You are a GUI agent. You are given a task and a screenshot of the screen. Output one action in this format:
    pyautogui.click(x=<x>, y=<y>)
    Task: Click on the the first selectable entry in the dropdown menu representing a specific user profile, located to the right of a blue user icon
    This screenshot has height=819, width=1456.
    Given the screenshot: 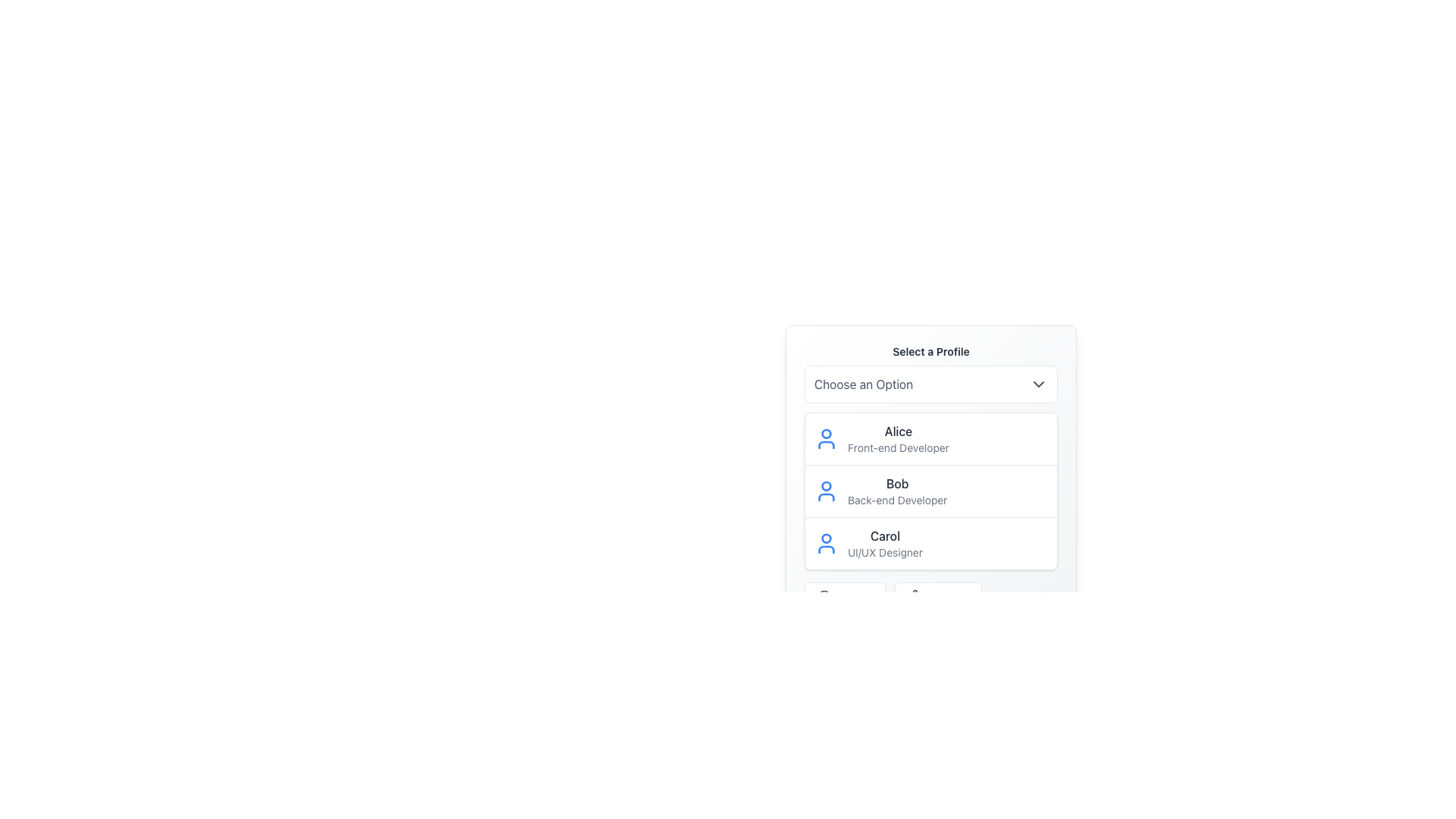 What is the action you would take?
    pyautogui.click(x=899, y=438)
    